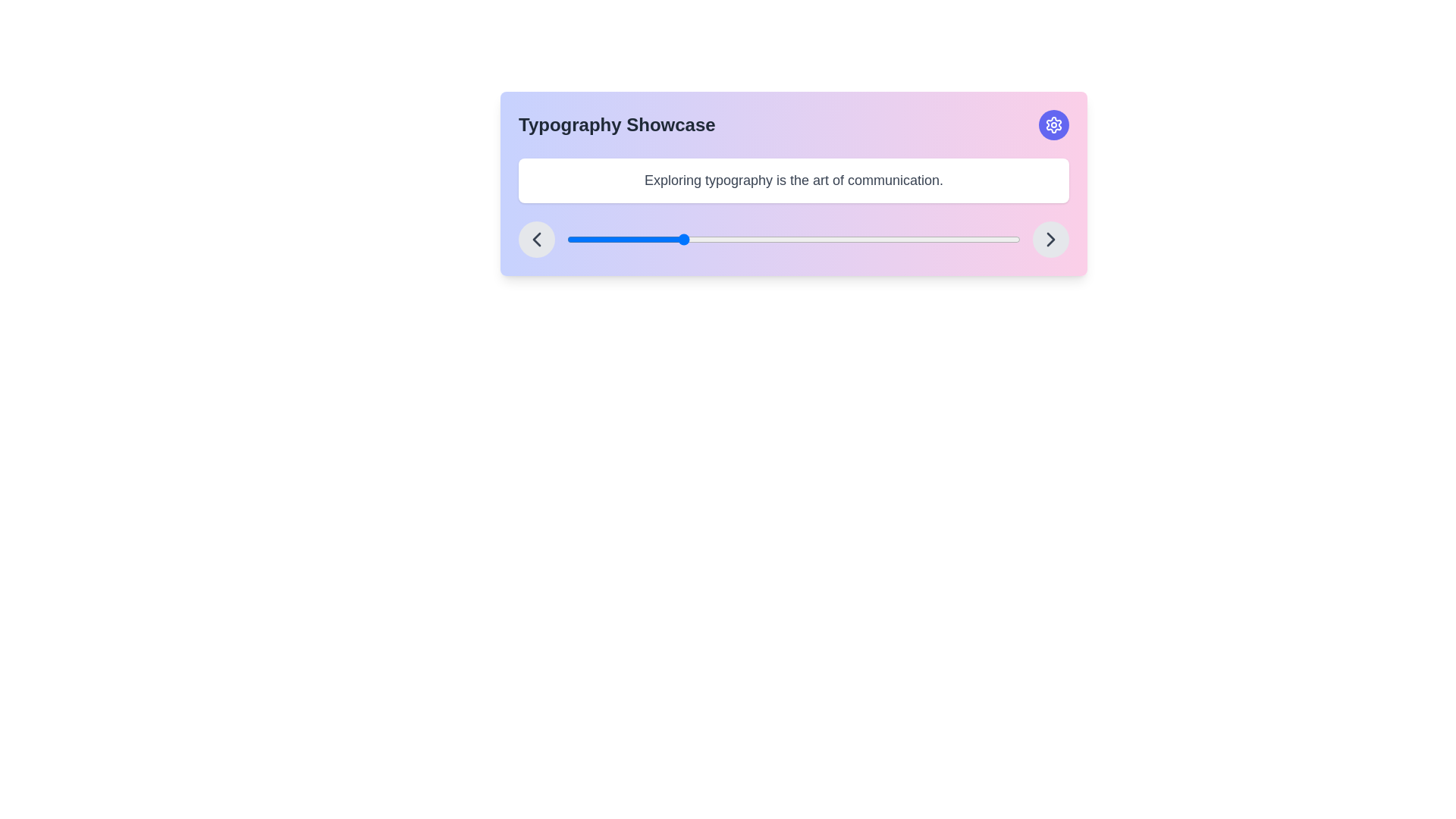 The image size is (1456, 819). I want to click on the slider, so click(792, 239).